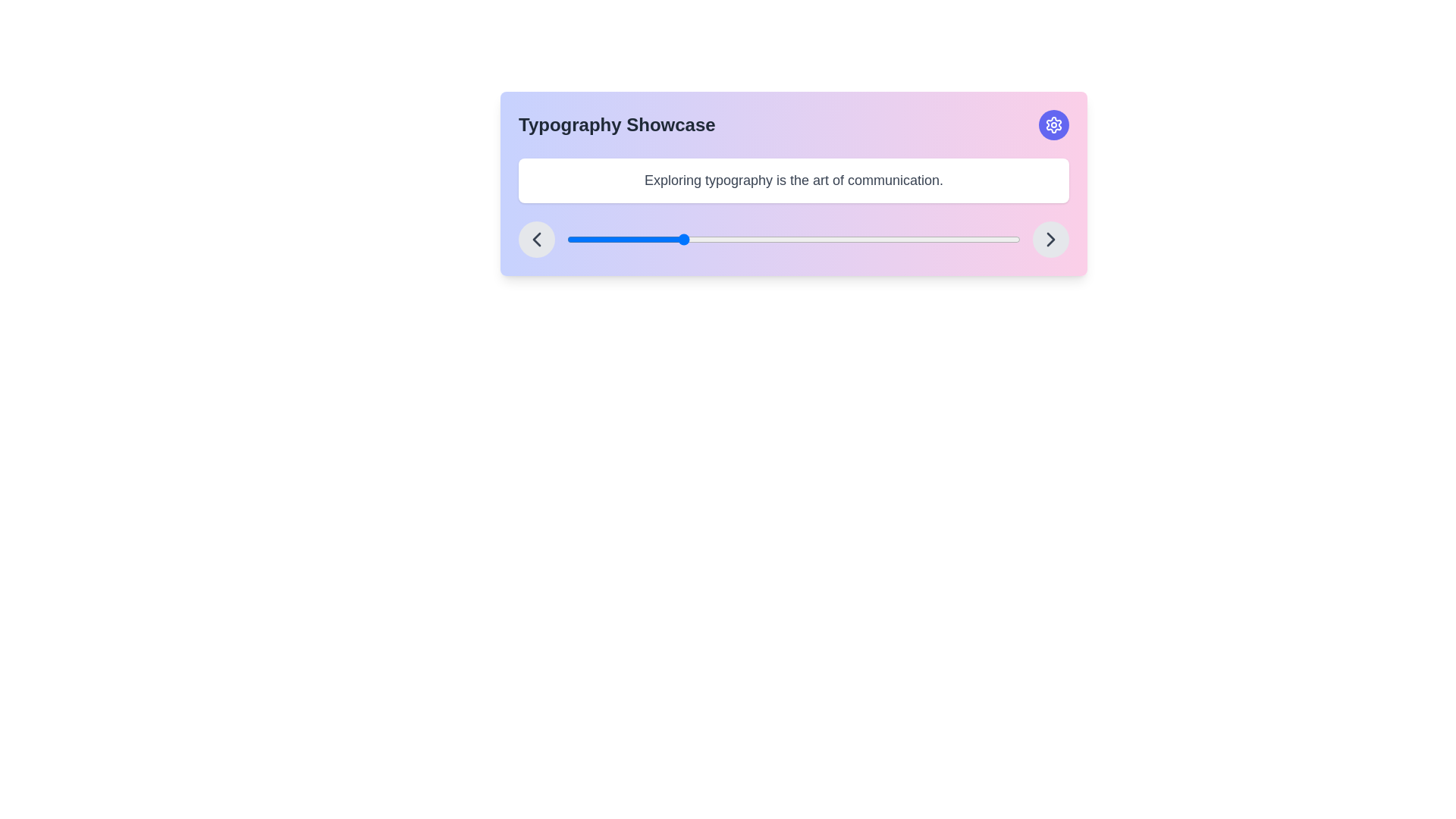 The image size is (1456, 819). I want to click on the slider, so click(792, 239).